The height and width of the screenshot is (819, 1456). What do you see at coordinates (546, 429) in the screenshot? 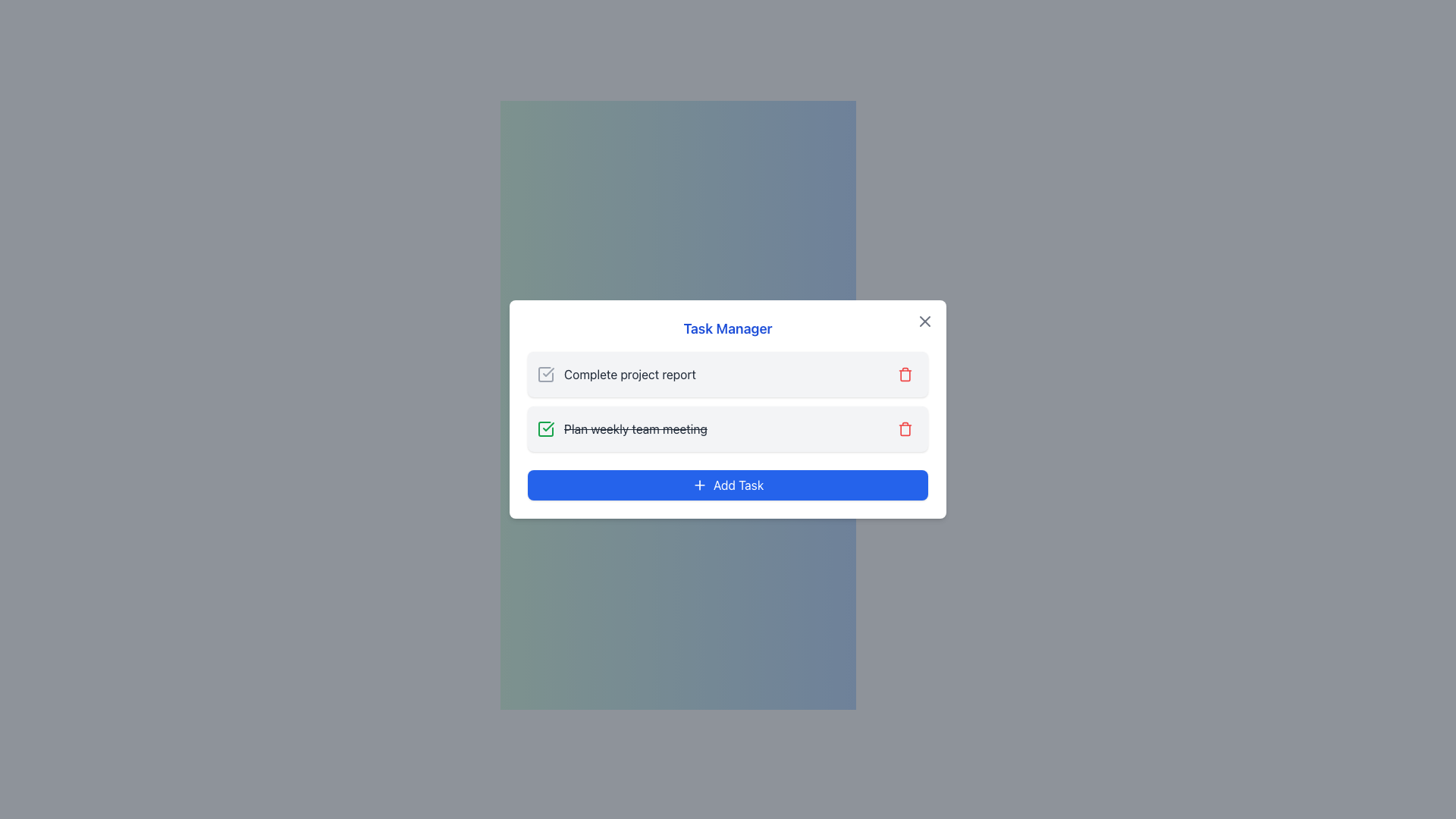
I see `the green checkmark icon styled Checkbox located to the left of the text 'Plan weekly team meeting'` at bounding box center [546, 429].